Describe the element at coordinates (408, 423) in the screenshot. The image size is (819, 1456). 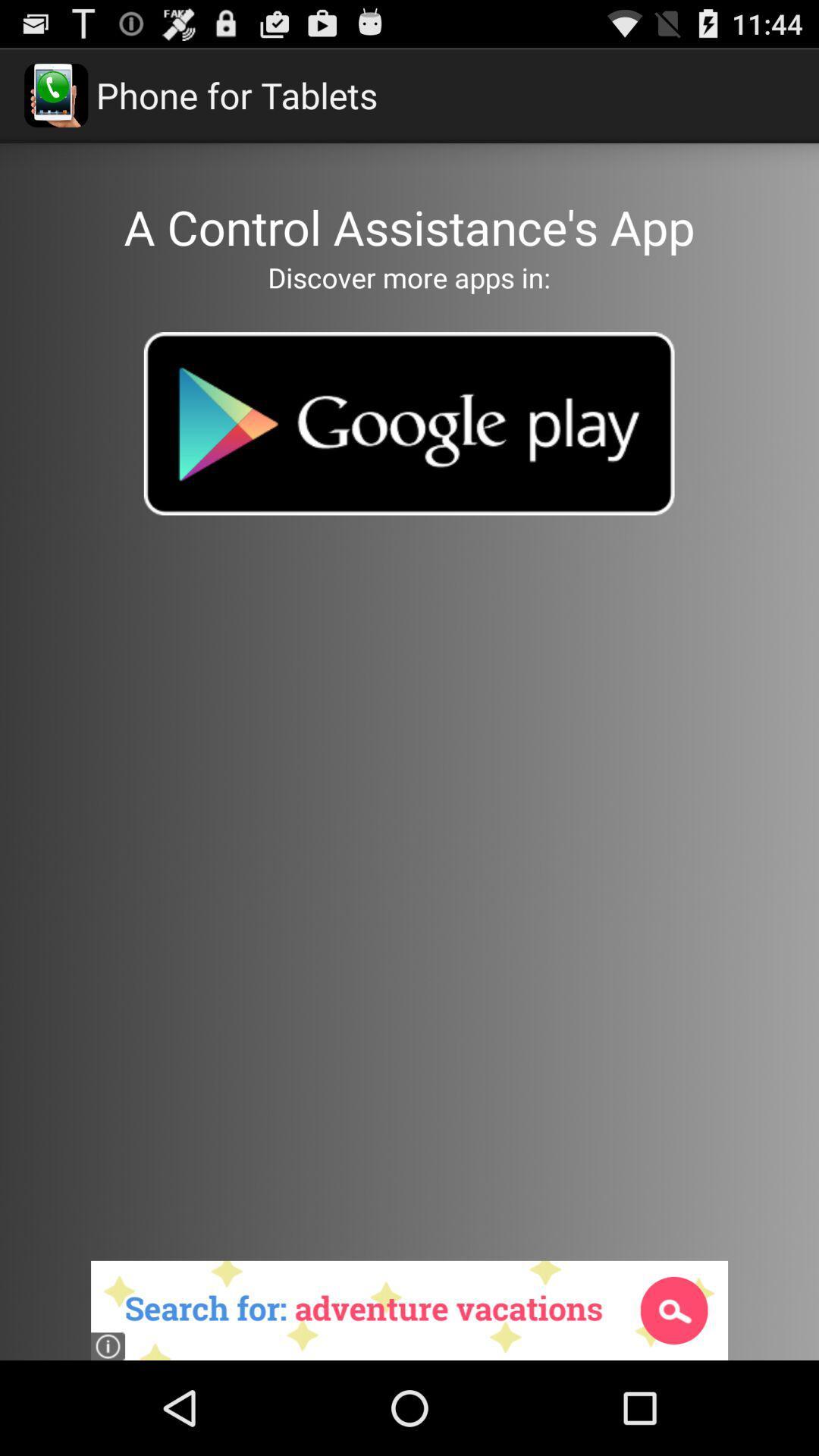
I see `google play` at that location.